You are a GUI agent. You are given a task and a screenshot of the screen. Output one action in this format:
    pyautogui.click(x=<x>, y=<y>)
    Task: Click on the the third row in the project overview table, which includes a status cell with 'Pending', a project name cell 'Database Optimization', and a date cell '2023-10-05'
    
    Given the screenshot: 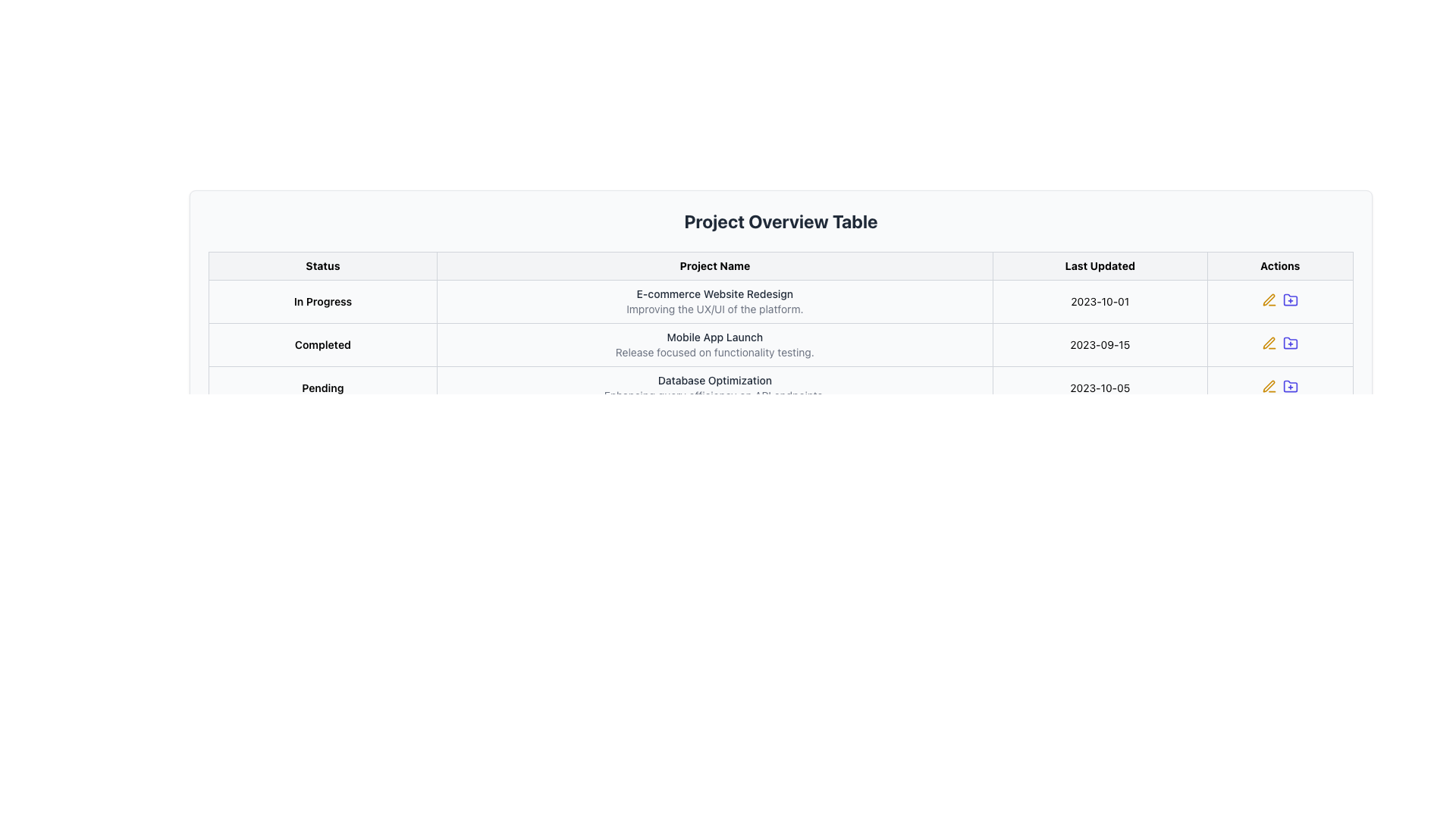 What is the action you would take?
    pyautogui.click(x=781, y=388)
    